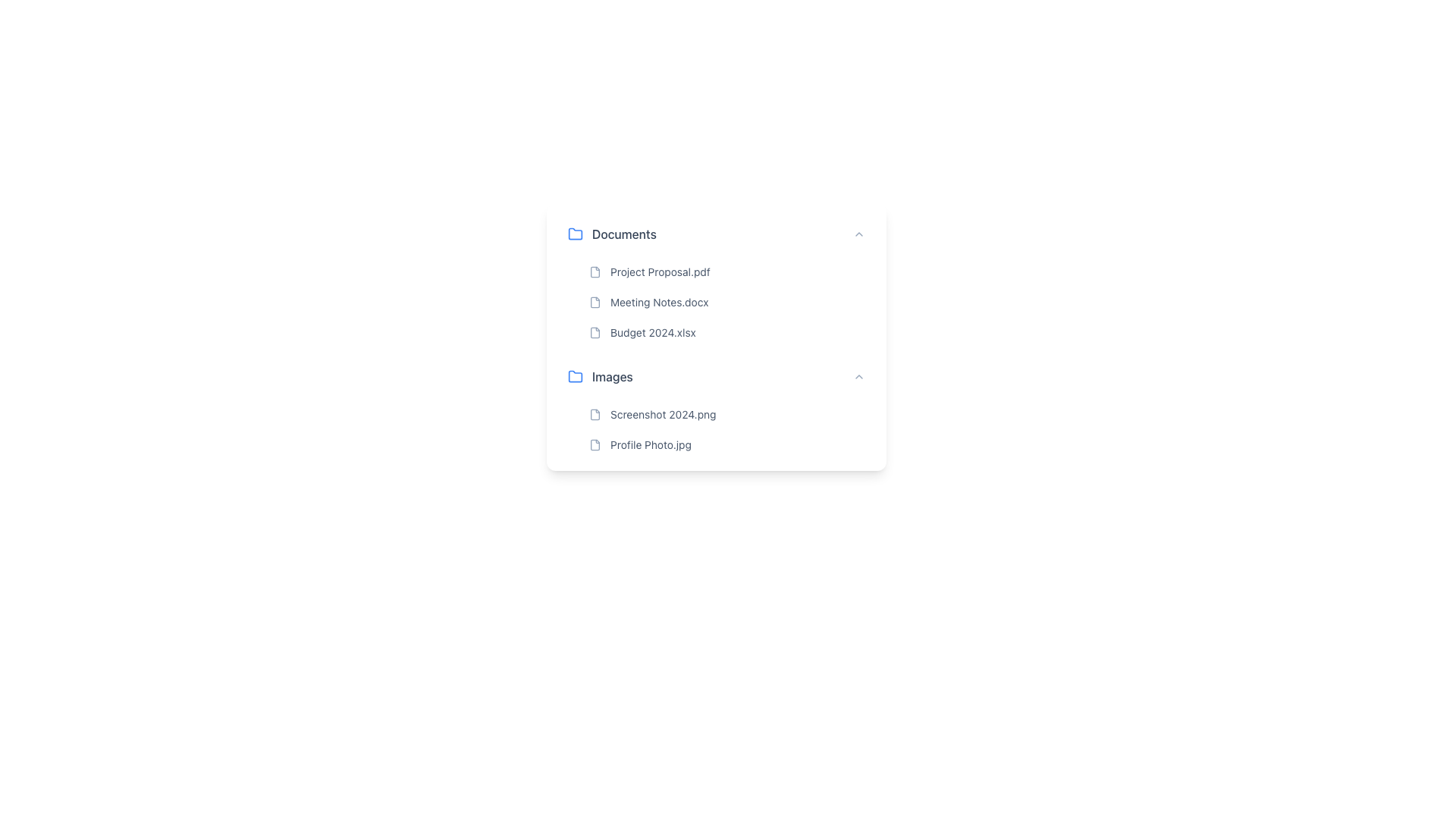 This screenshot has width=1456, height=819. What do you see at coordinates (574, 234) in the screenshot?
I see `the folder icon located to the left of the text 'Documents'` at bounding box center [574, 234].